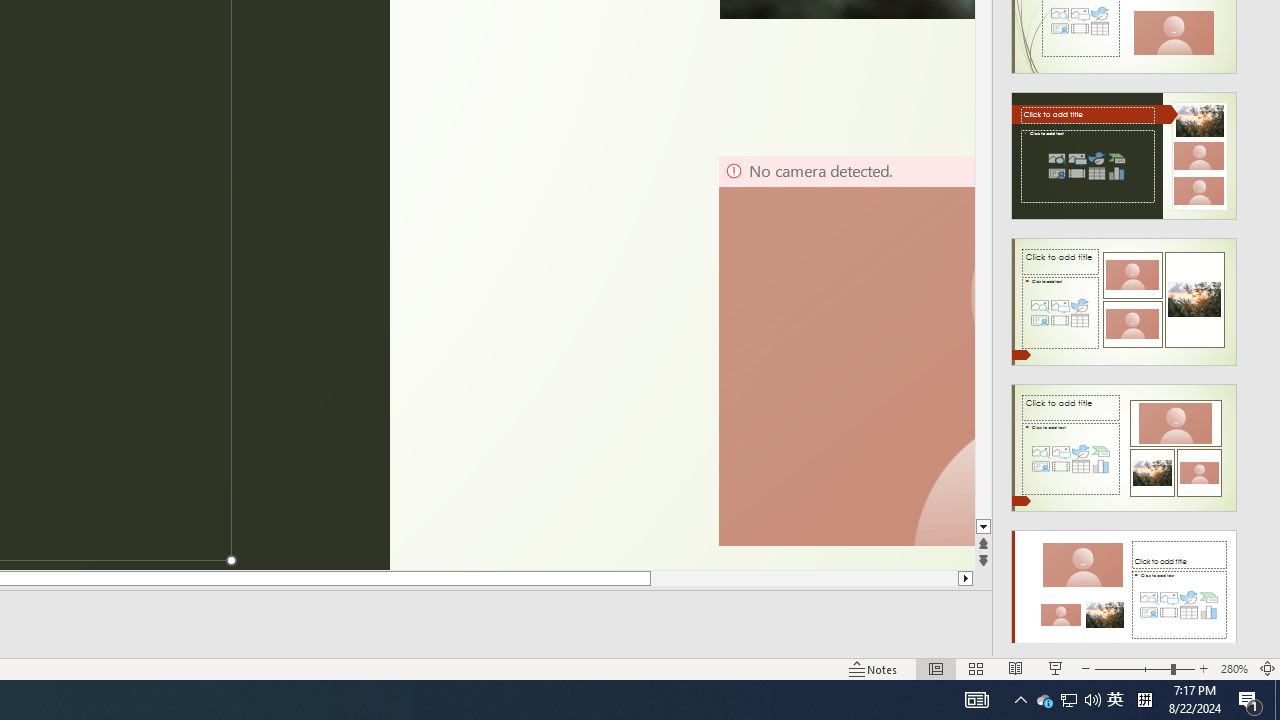  I want to click on 'Design Idea', so click(1124, 586).